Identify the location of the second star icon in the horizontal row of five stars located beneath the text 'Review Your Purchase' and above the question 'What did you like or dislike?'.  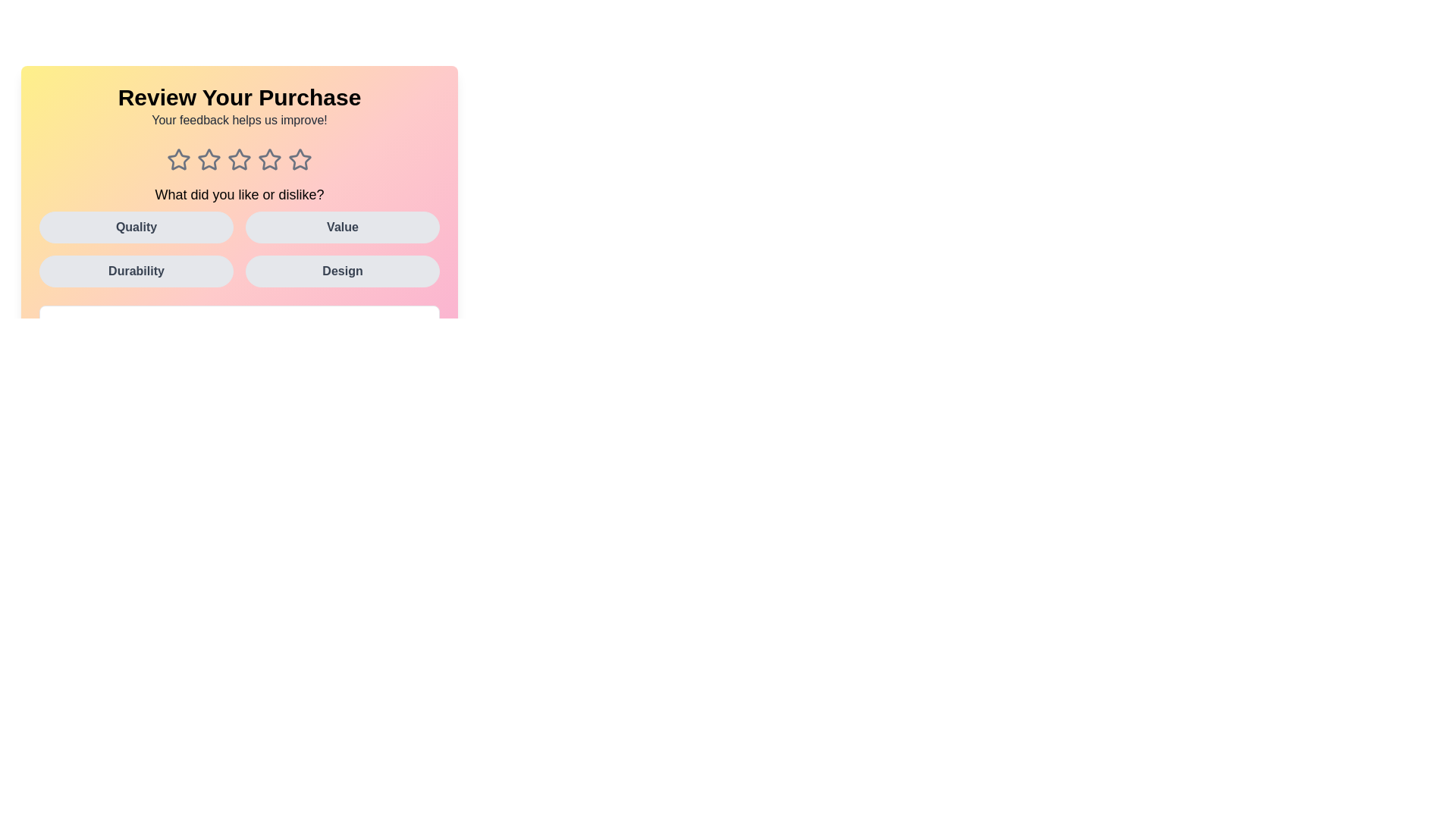
(208, 159).